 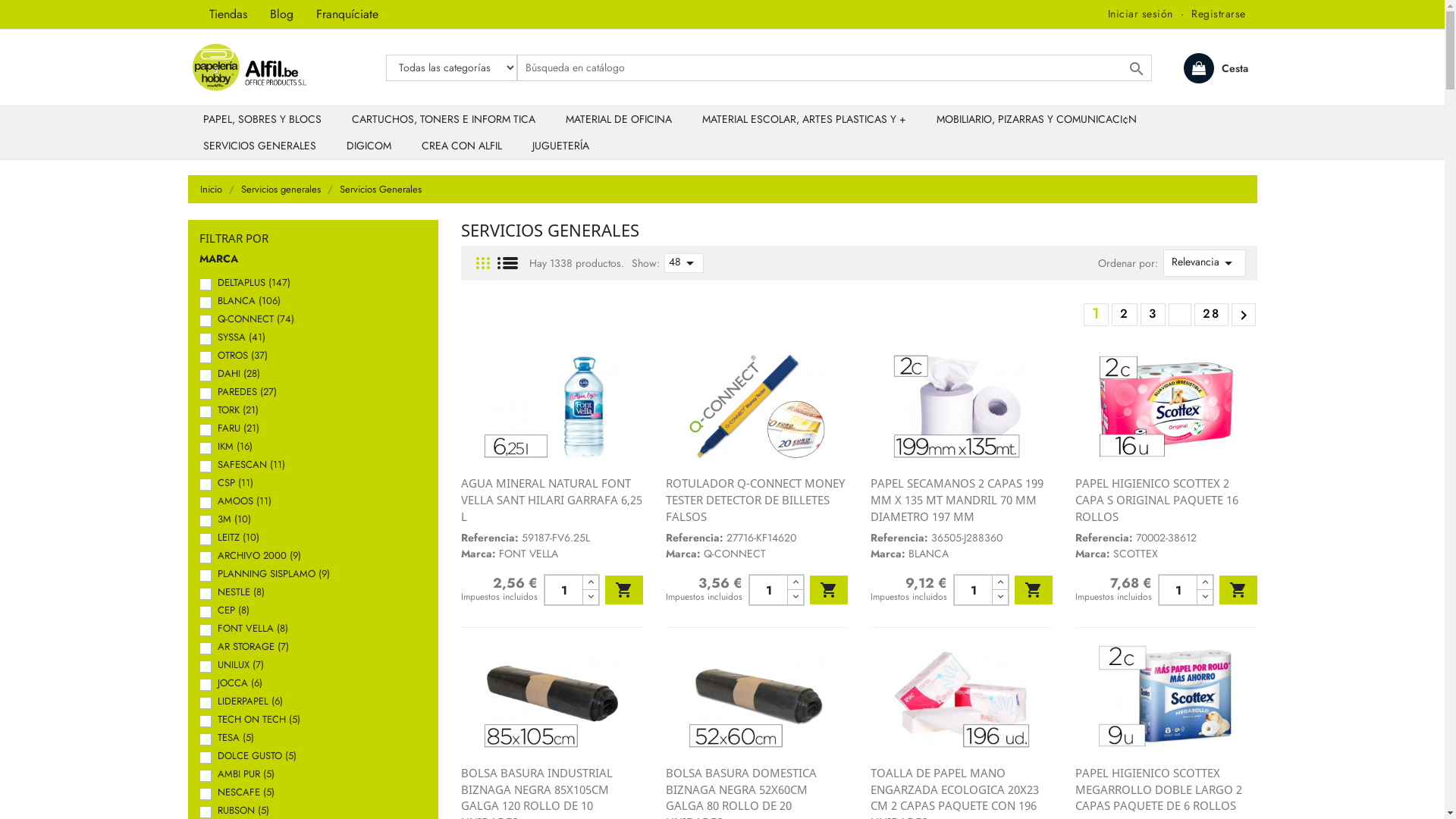 I want to click on '28', so click(x=1194, y=312).